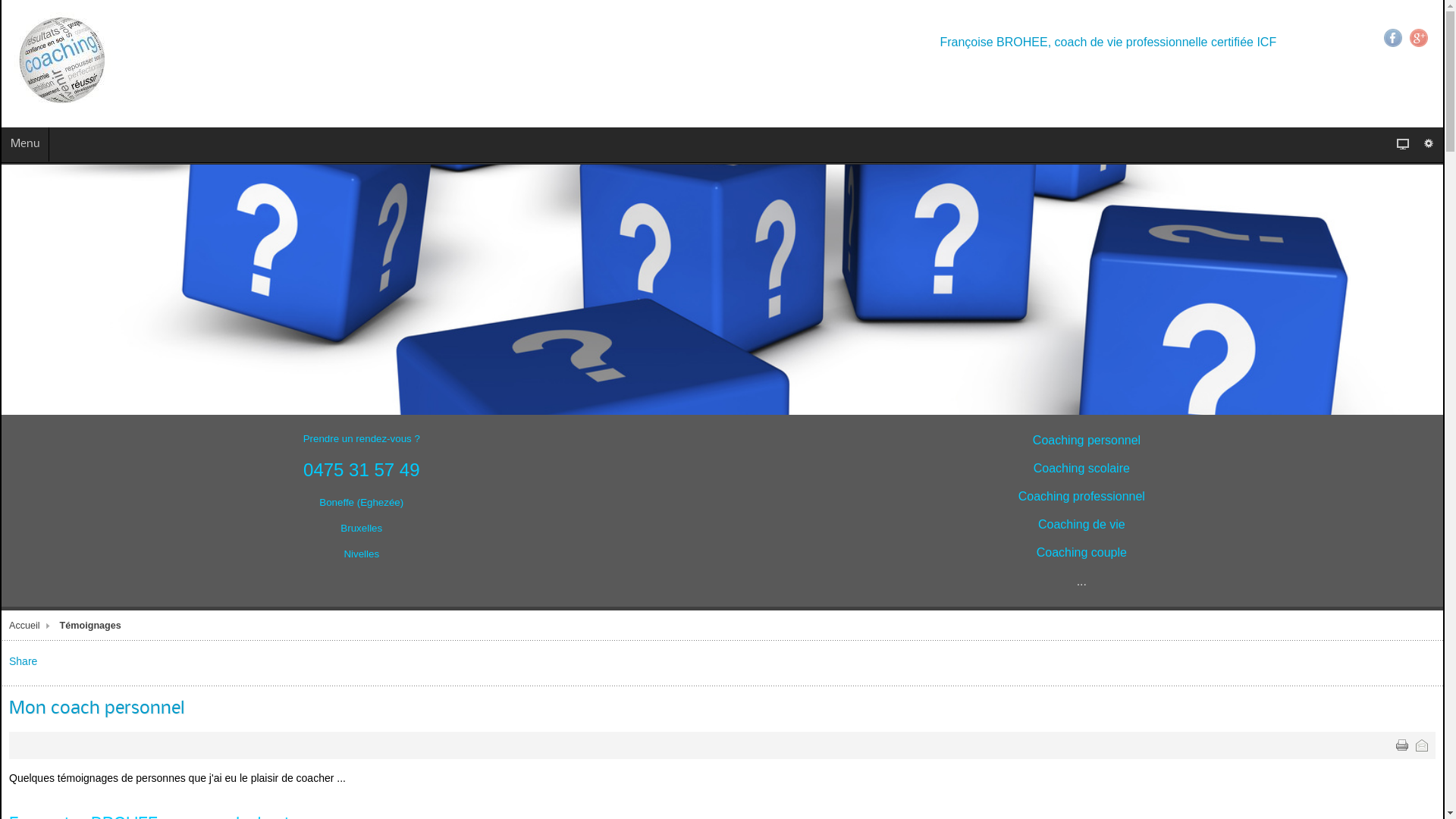 This screenshot has width=1456, height=819. I want to click on 'Mon coach personnel', so click(96, 708).